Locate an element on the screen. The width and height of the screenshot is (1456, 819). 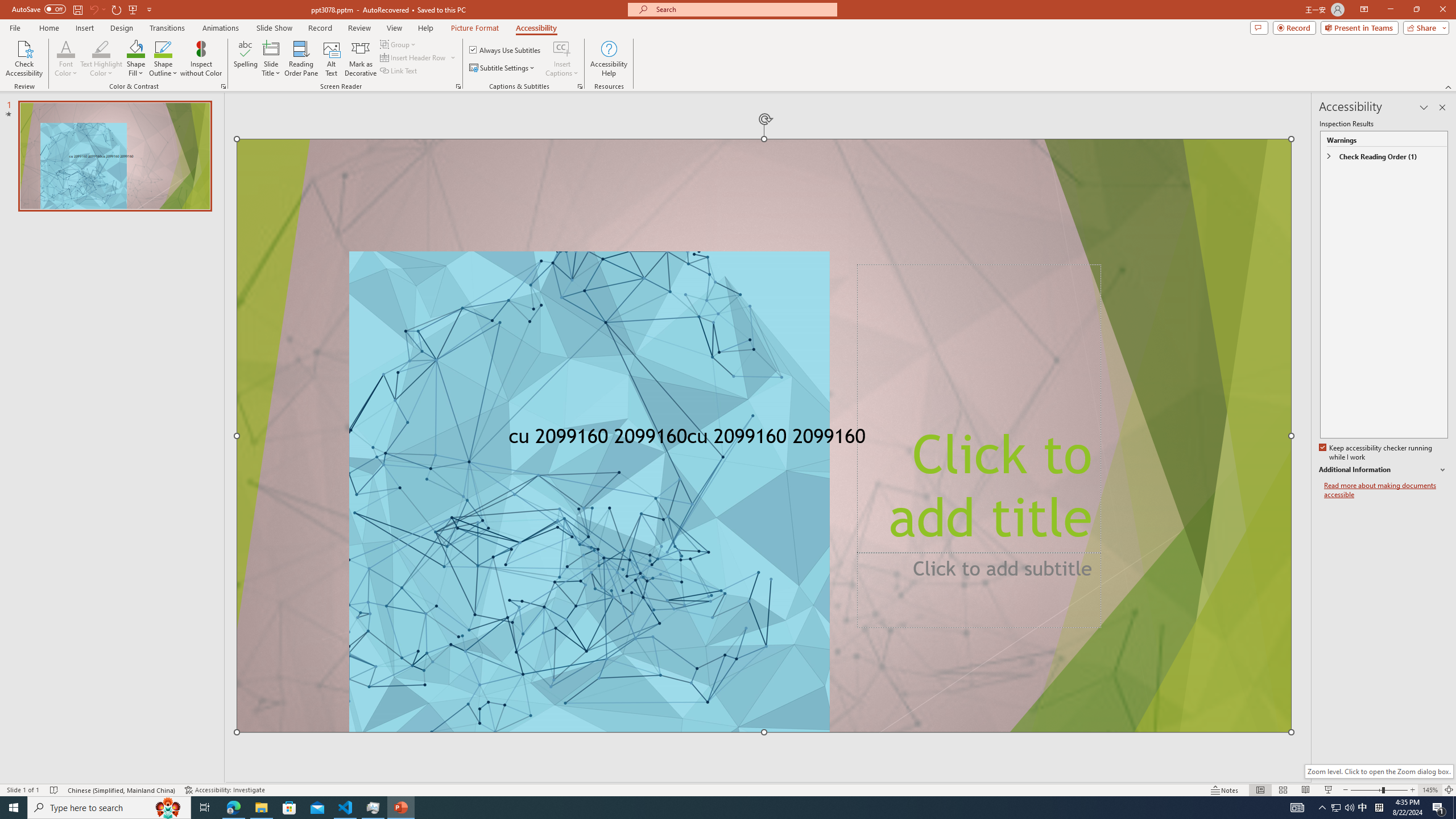
'Slide Title' is located at coordinates (271, 48).